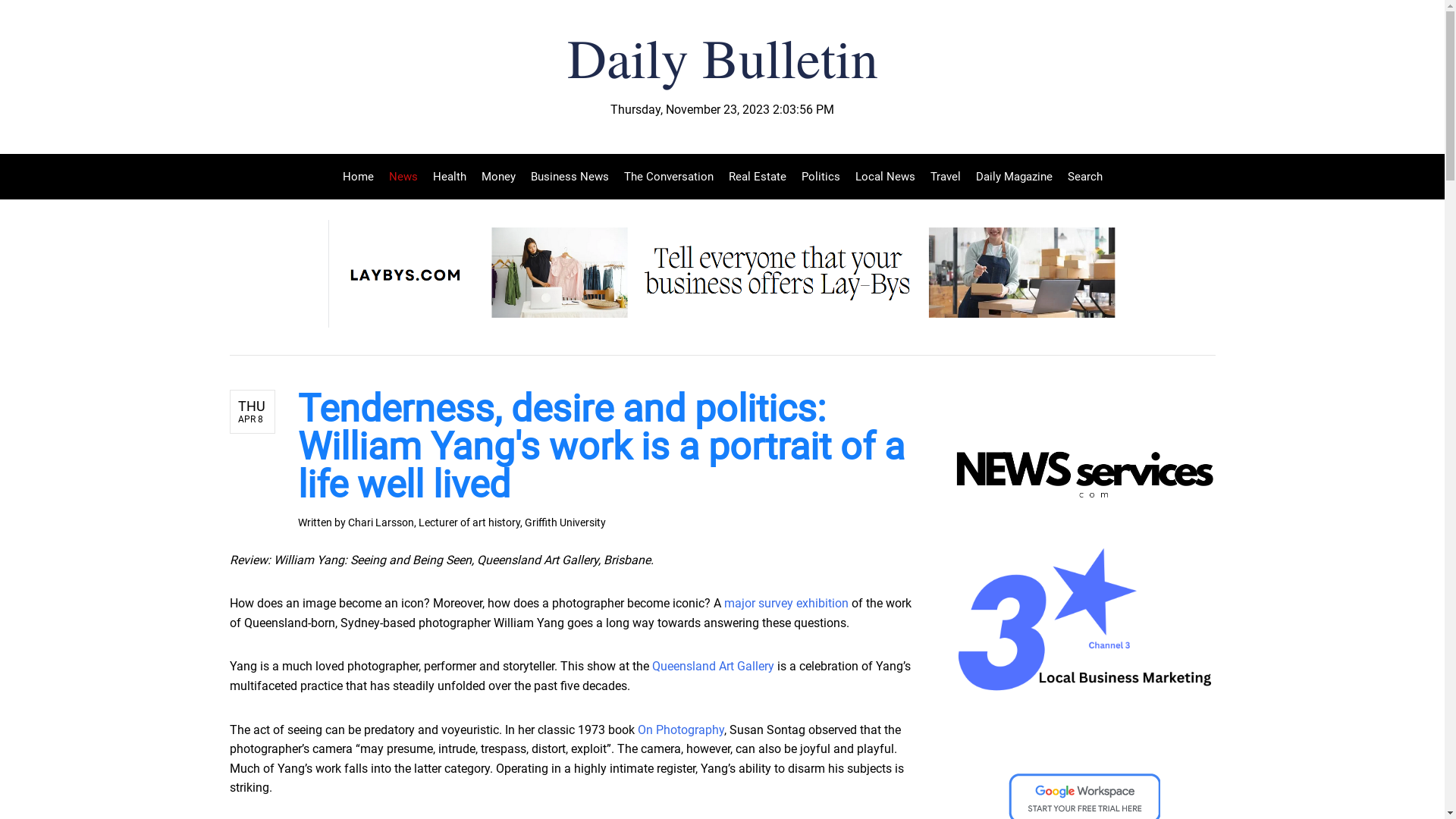  Describe the element at coordinates (381, 175) in the screenshot. I see `'News'` at that location.